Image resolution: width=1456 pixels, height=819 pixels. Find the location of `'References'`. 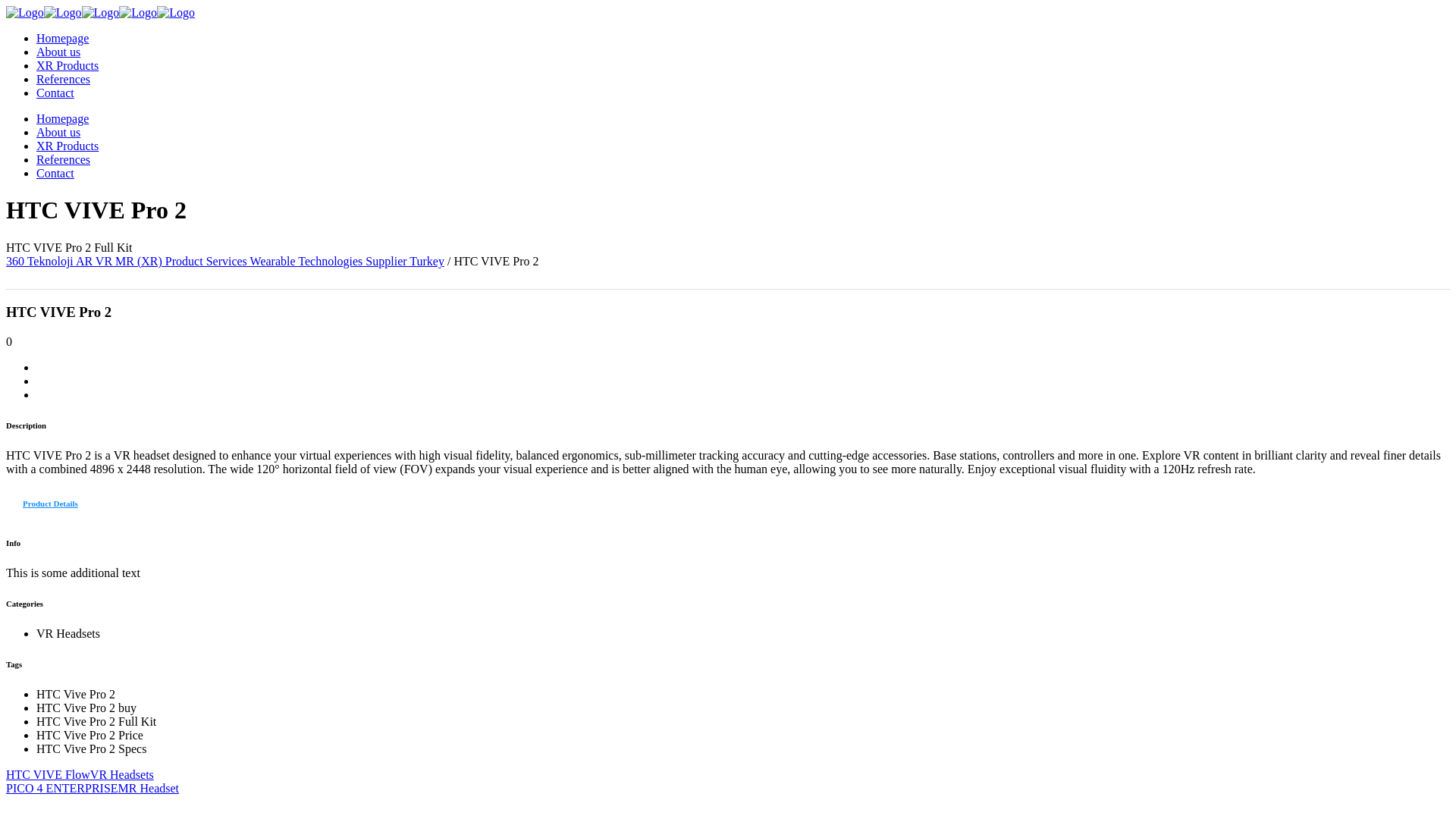

'References' is located at coordinates (62, 159).